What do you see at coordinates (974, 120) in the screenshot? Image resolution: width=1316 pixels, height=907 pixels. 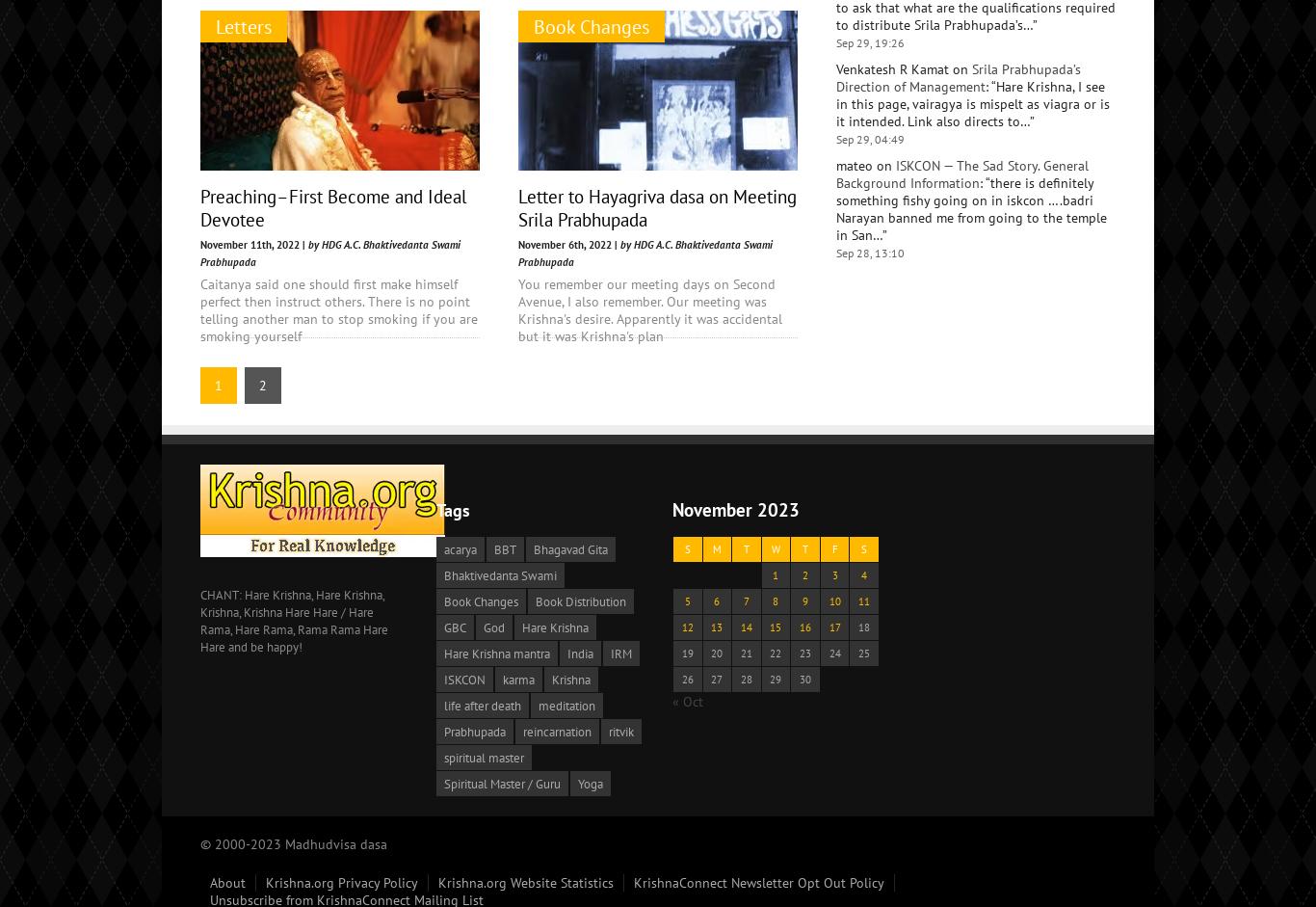 I see `'Anyone can distribute Srila Prabhupada’s books. When we are distributing Prabhupada’s books we are just trying to convince the person…'` at bounding box center [974, 120].